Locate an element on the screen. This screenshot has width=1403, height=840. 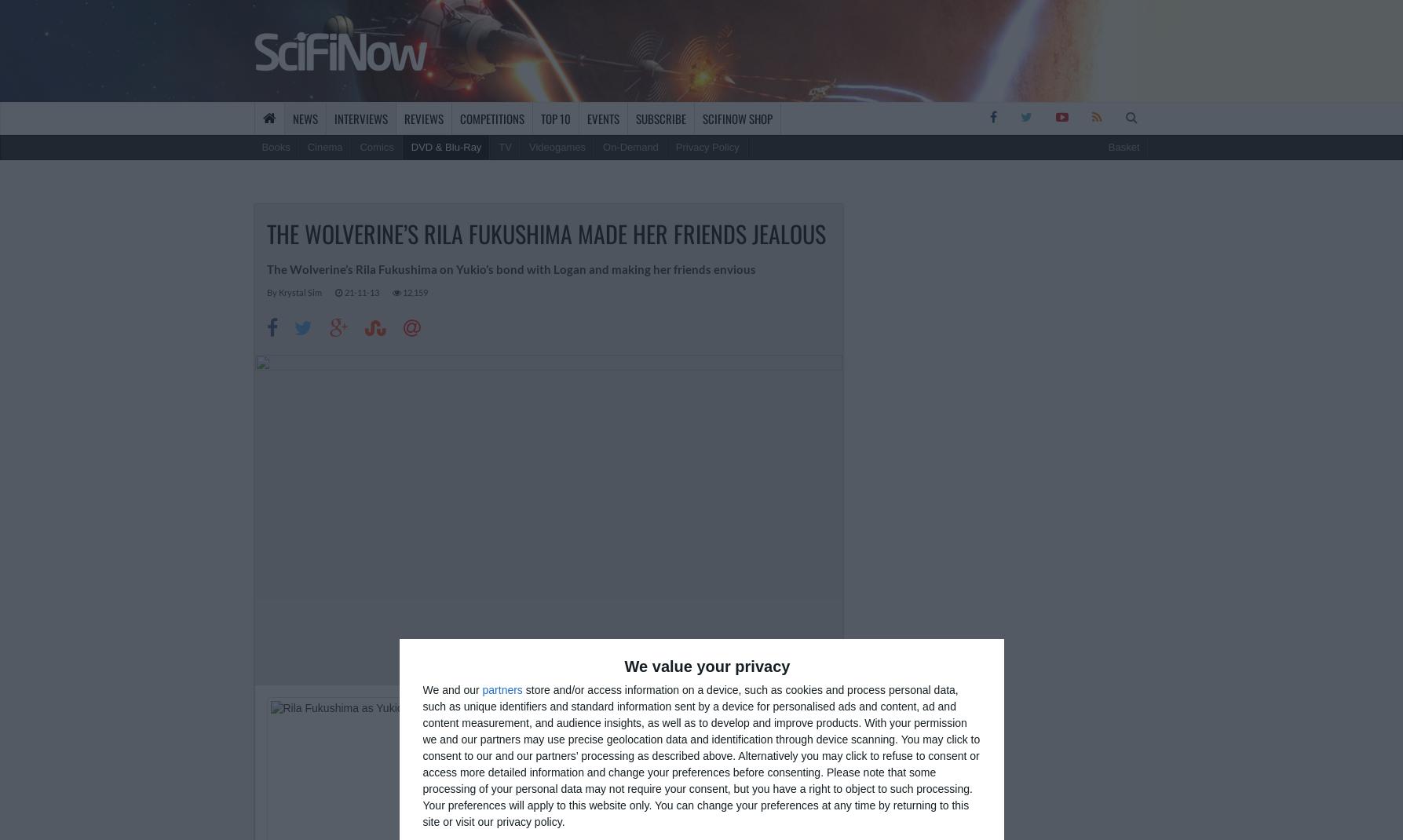
'Interviews' is located at coordinates (360, 118).